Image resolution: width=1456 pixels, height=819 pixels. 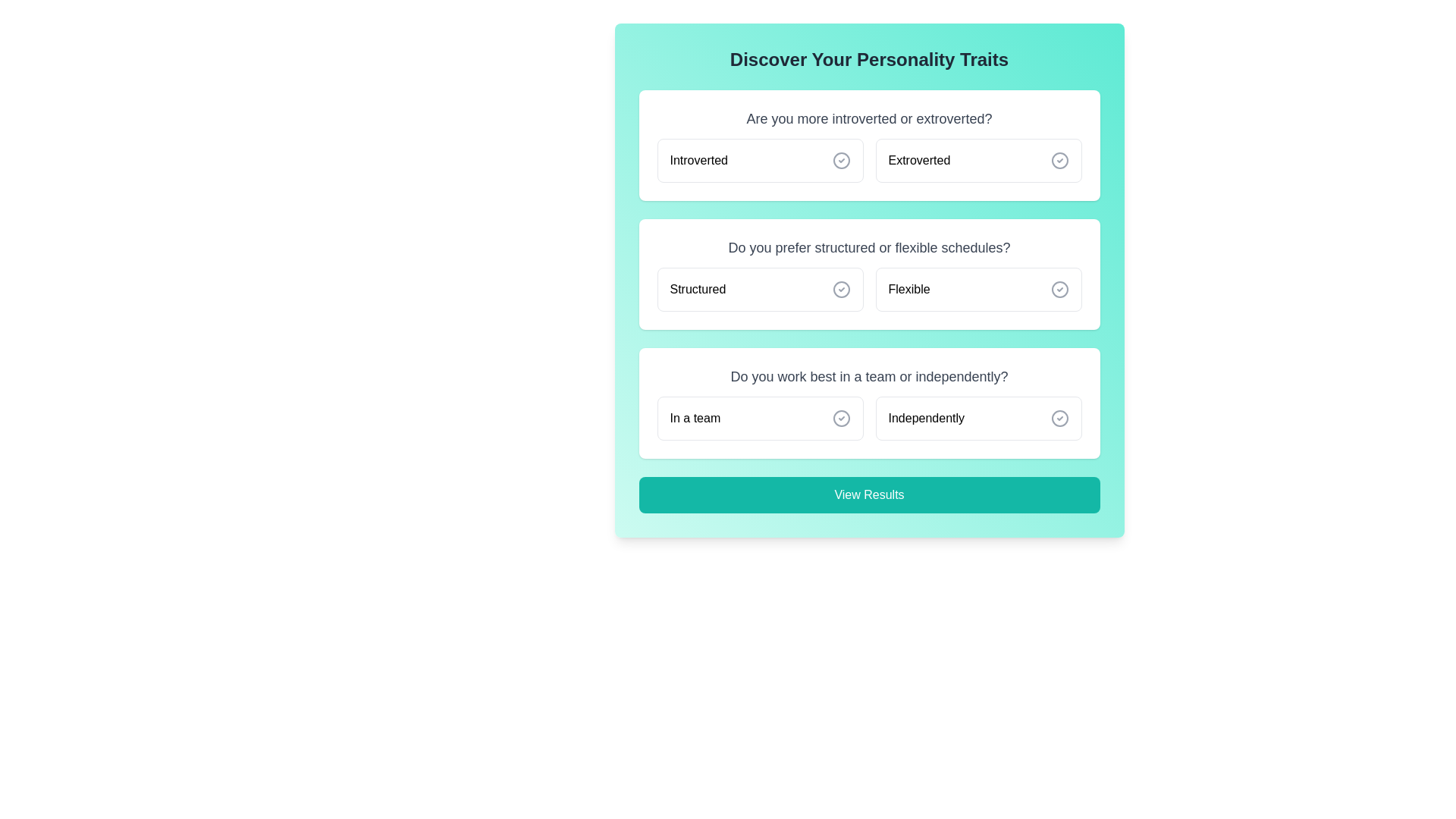 What do you see at coordinates (869, 58) in the screenshot?
I see `the bold, large-sized header text stating 'Discover Your Personality Traits.' which is styled with a gray text color and centered alignment within a teal gradient background` at bounding box center [869, 58].